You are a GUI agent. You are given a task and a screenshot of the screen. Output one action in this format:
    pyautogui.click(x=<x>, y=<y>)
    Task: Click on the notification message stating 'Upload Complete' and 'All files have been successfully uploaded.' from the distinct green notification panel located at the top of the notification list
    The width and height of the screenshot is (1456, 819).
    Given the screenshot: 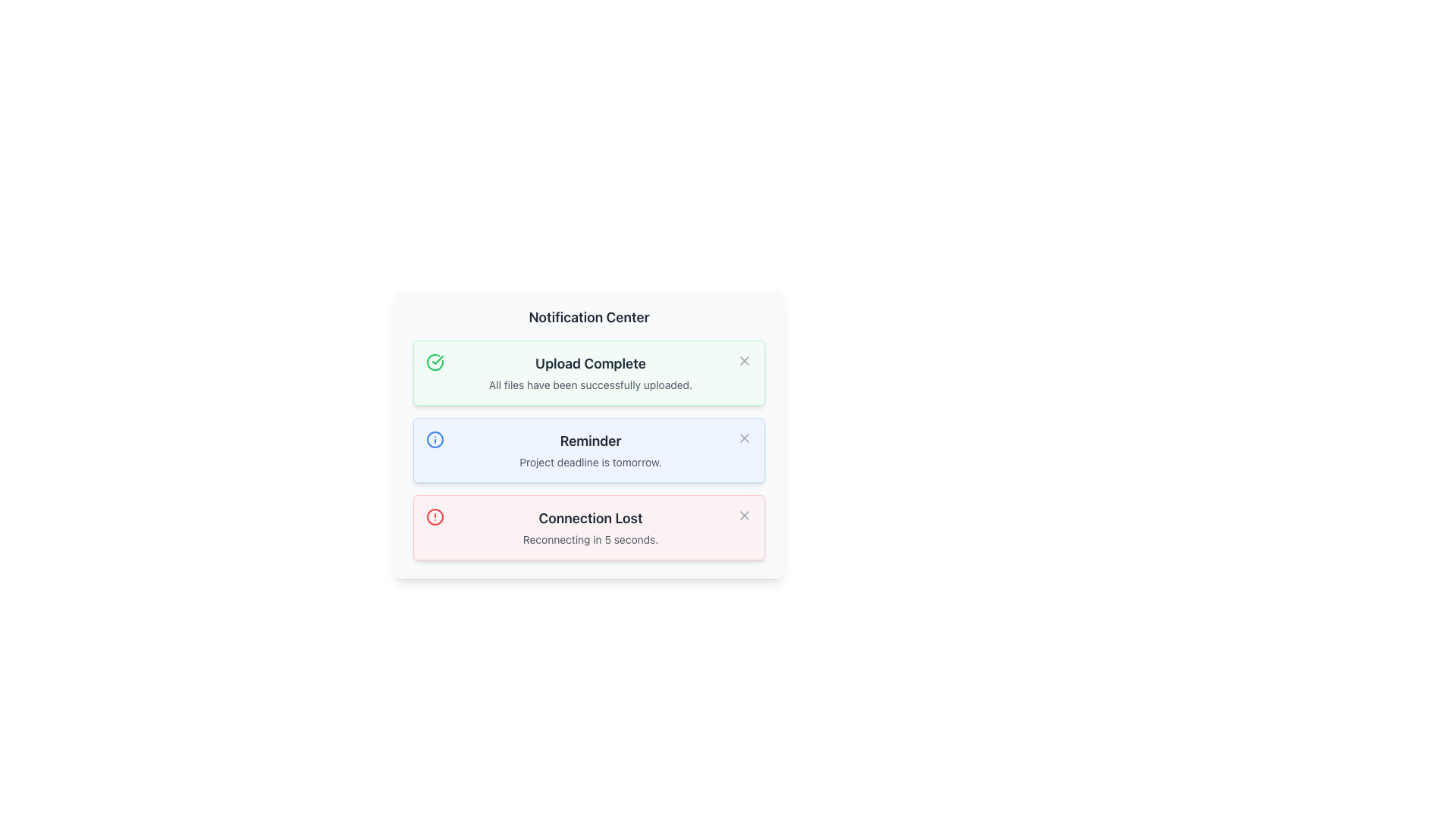 What is the action you would take?
    pyautogui.click(x=588, y=373)
    